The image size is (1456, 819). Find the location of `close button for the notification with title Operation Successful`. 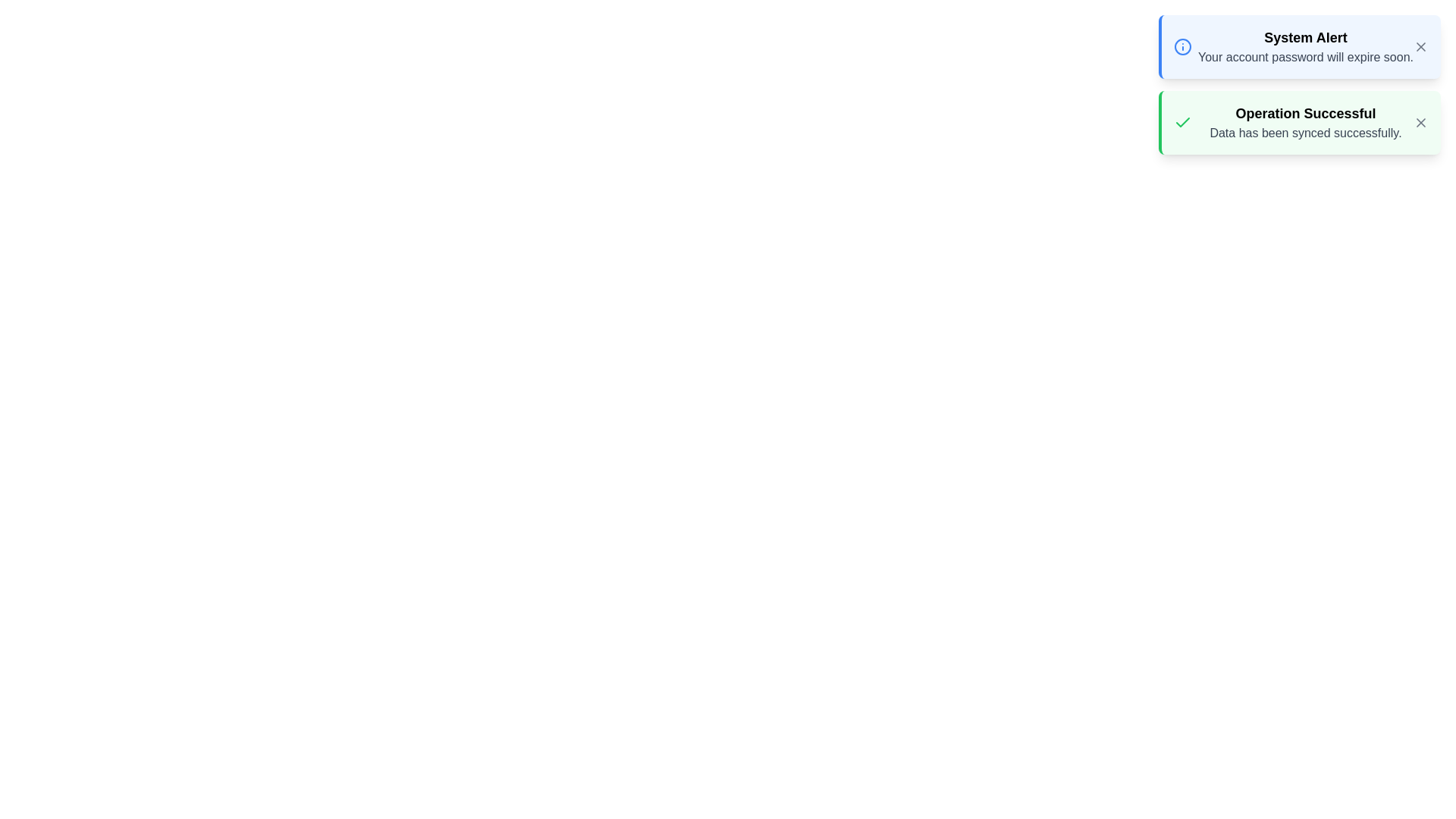

close button for the notification with title Operation Successful is located at coordinates (1420, 122).